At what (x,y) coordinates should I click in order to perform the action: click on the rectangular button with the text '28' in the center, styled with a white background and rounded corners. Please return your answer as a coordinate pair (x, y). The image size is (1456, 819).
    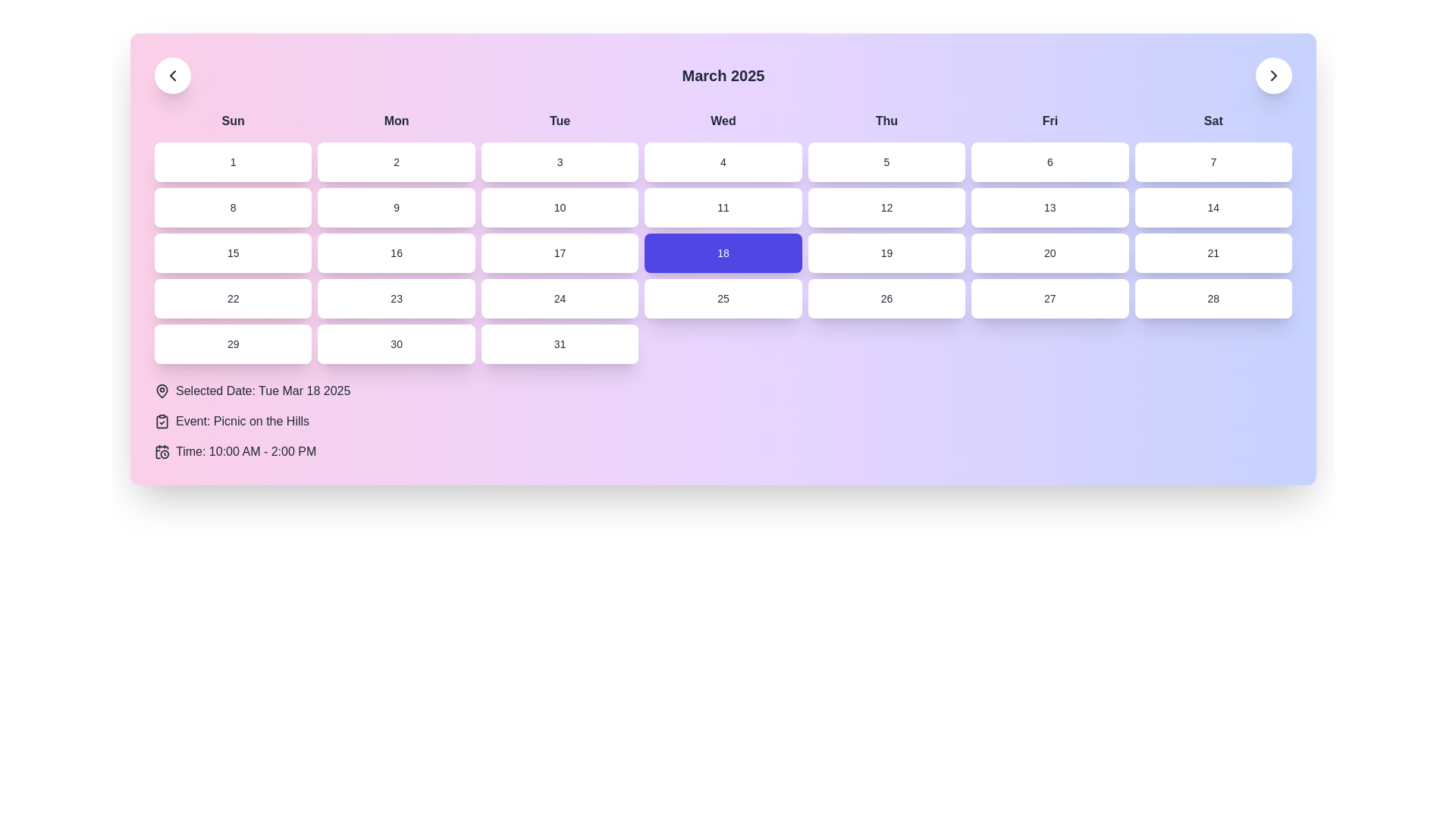
    Looking at the image, I should click on (1212, 298).